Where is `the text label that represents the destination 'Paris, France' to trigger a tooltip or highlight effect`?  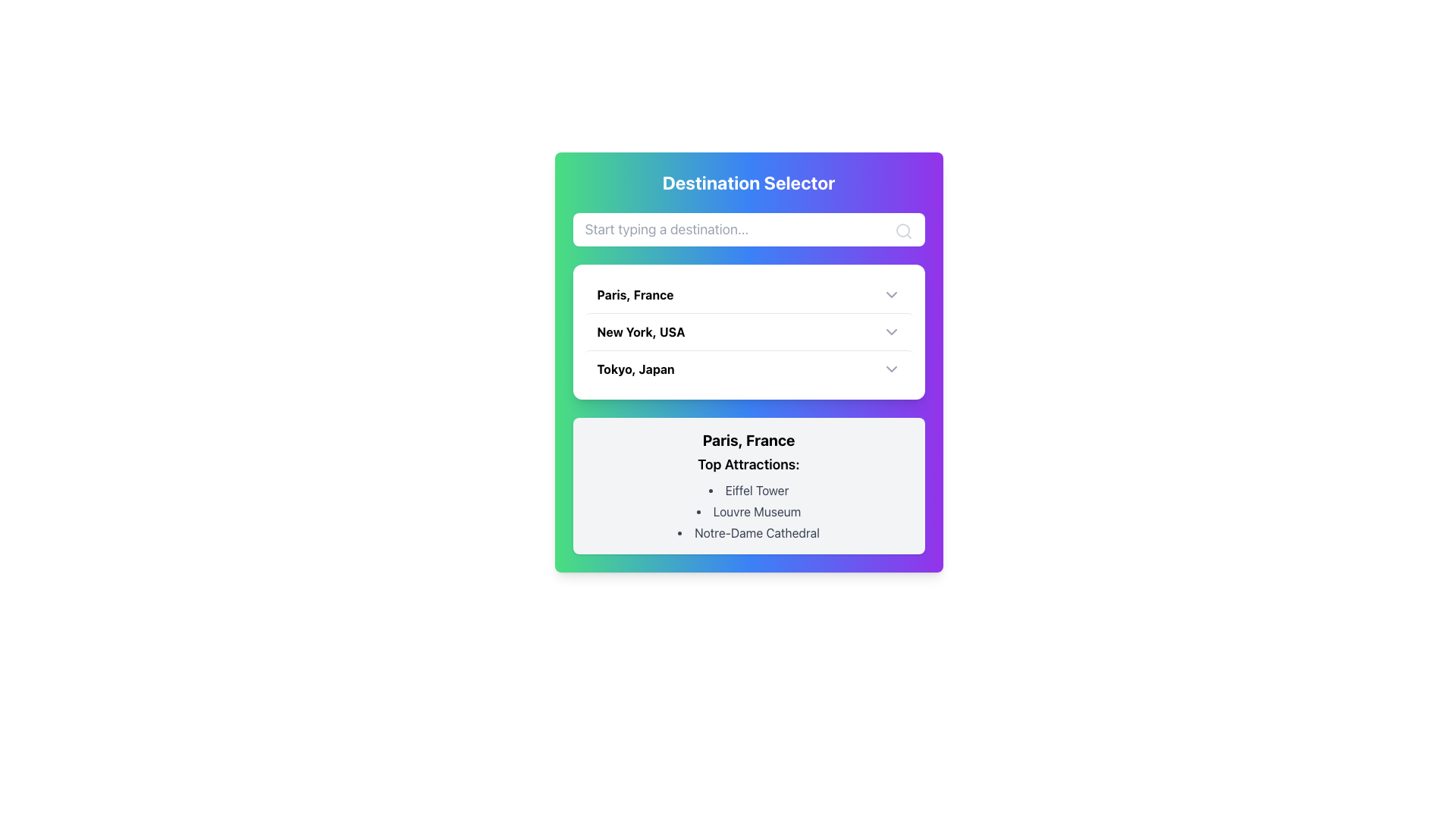
the text label that represents the destination 'Paris, France' to trigger a tooltip or highlight effect is located at coordinates (635, 295).